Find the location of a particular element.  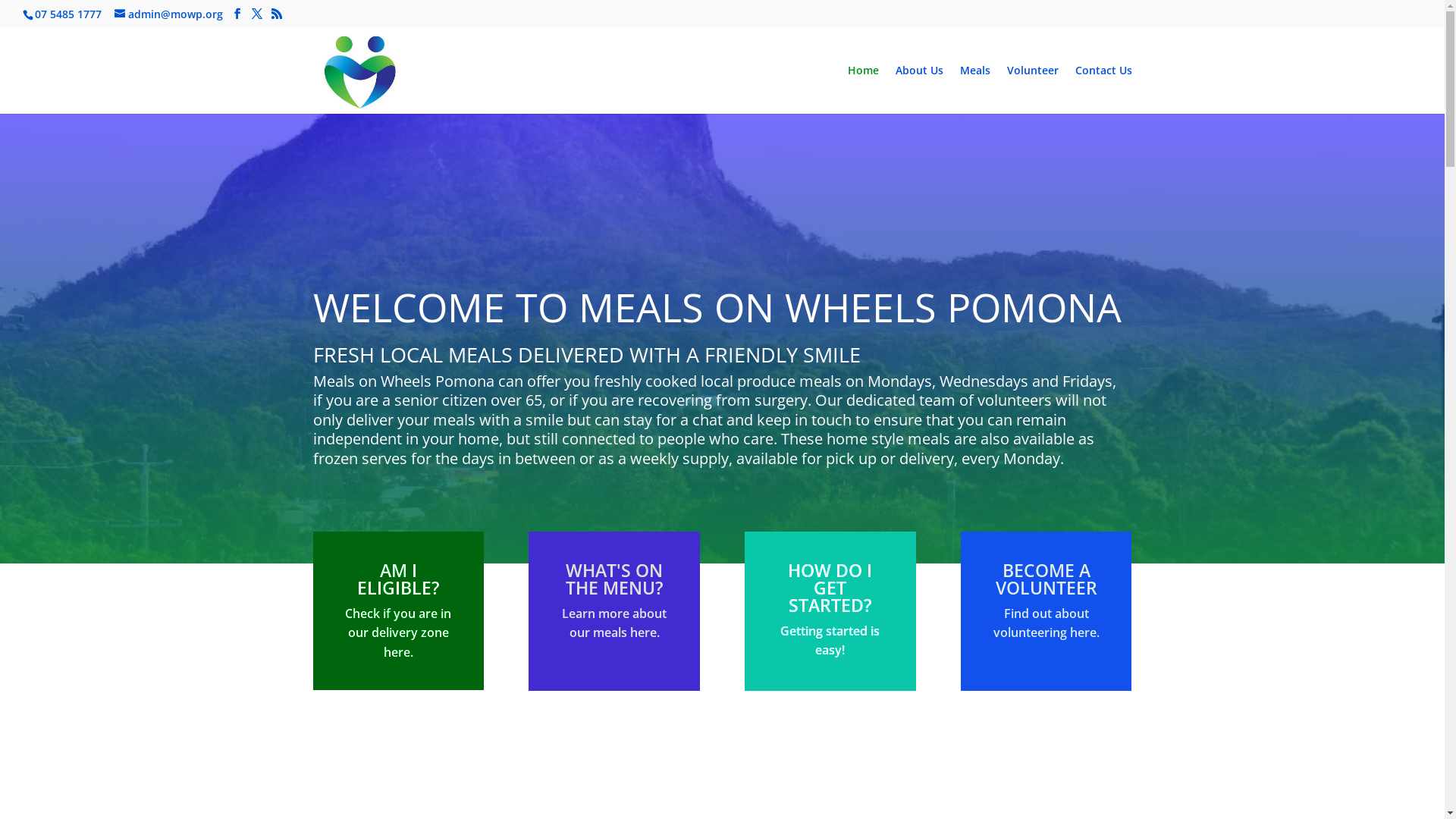

'About Us' is located at coordinates (918, 89).